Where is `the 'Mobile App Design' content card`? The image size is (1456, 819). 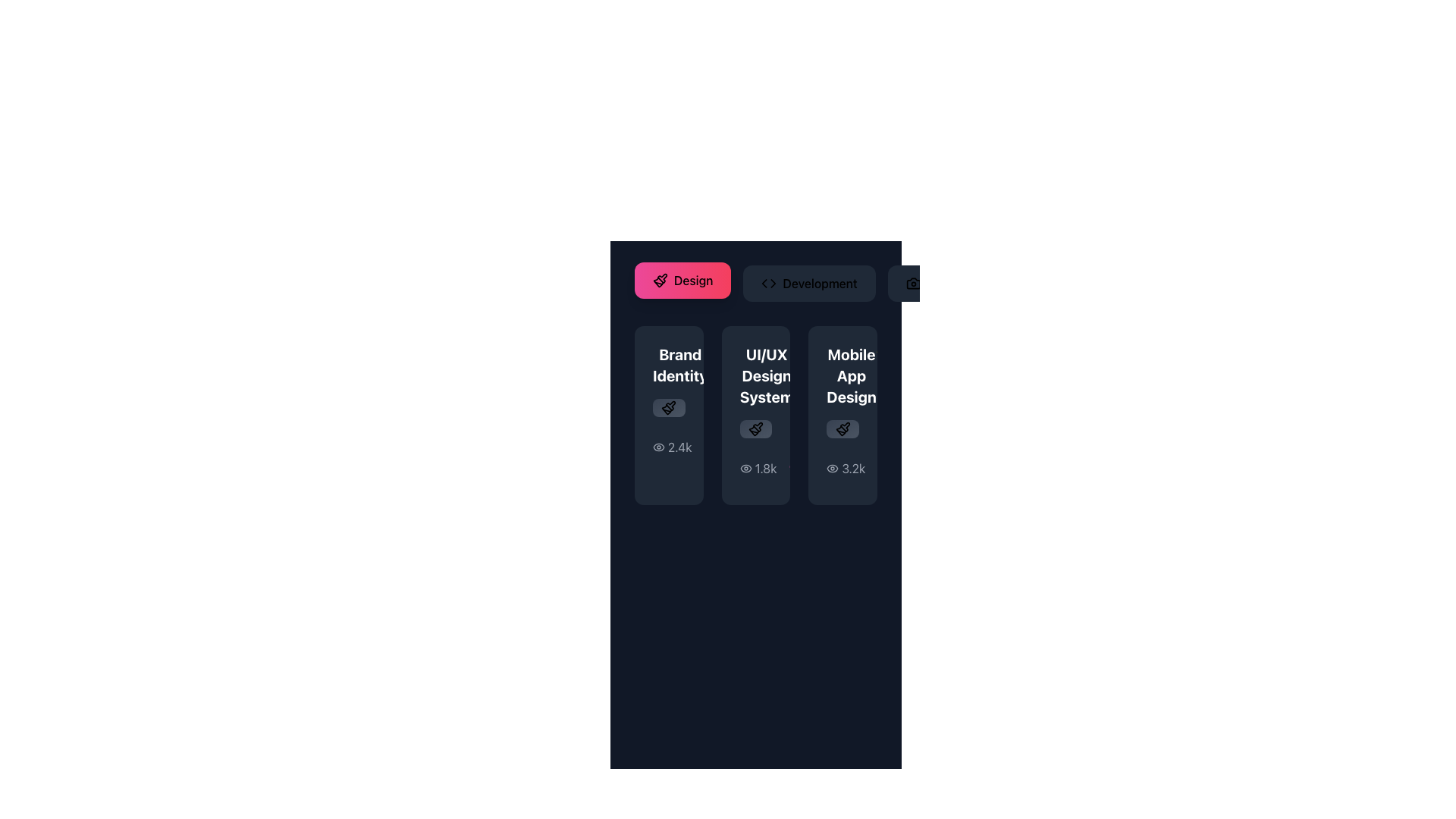 the 'Mobile App Design' content card is located at coordinates (842, 415).